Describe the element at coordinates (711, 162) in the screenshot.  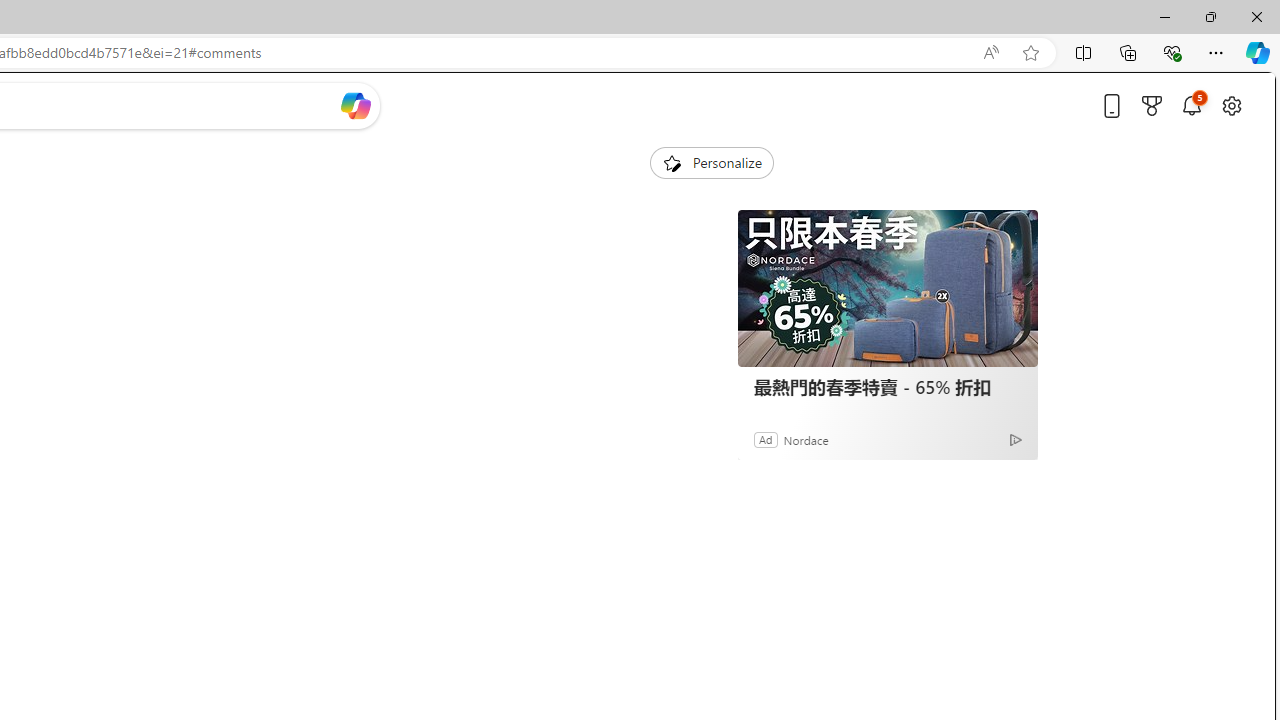
I see `'Personalize'` at that location.